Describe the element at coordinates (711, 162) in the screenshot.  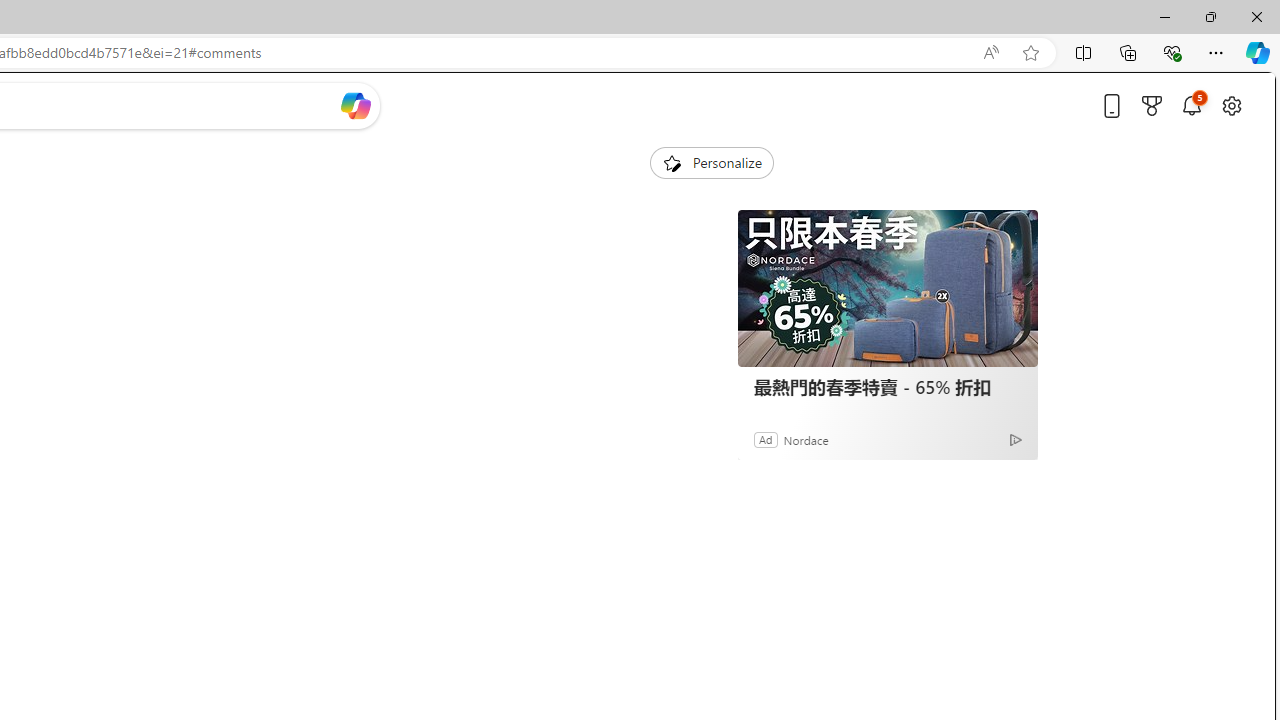
I see `'Personalize'` at that location.